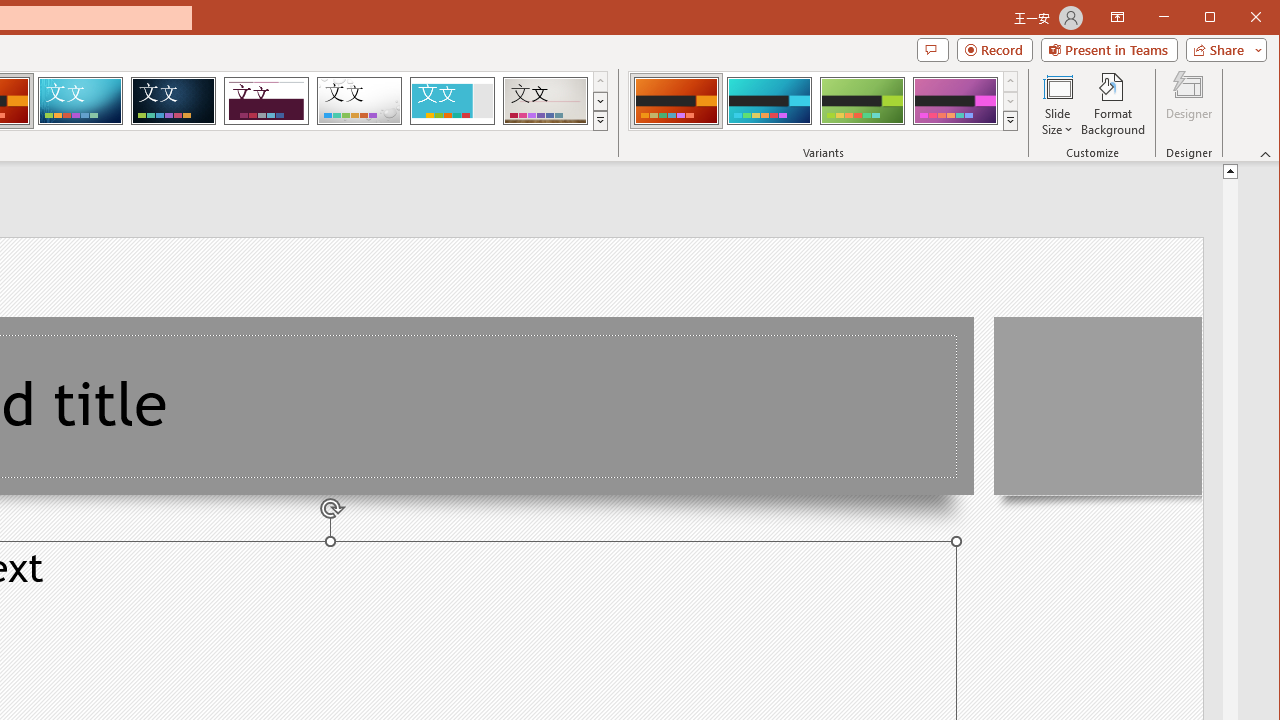 The height and width of the screenshot is (720, 1280). Describe the element at coordinates (1112, 104) in the screenshot. I see `'Format Background'` at that location.